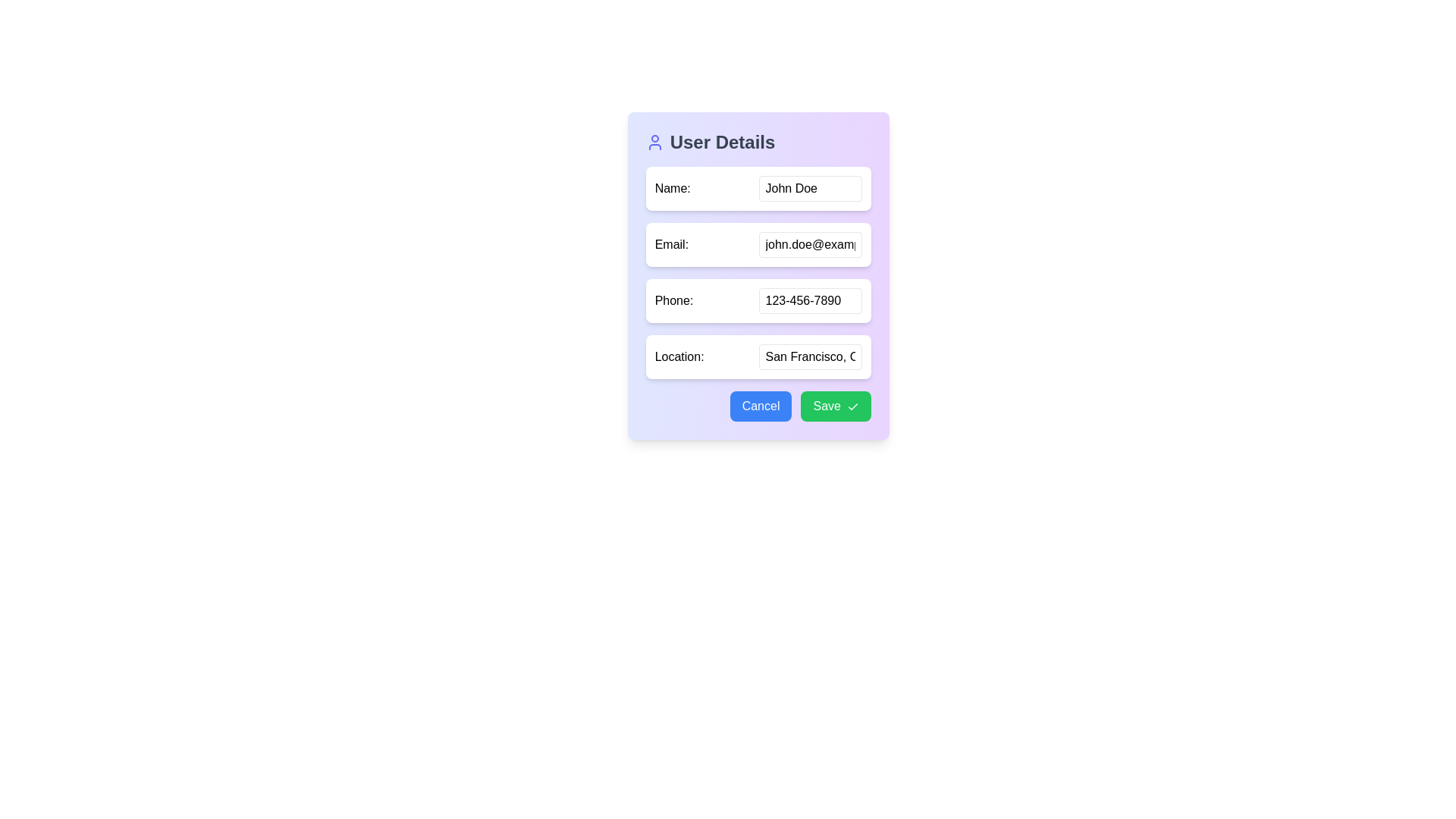 This screenshot has height=819, width=1456. I want to click on the Text label indicating the input field for location, positioned in the bottom section of the 'User Details' form, between the 'Phone' section and the 'Cancel' and 'Save' buttons, so click(679, 356).